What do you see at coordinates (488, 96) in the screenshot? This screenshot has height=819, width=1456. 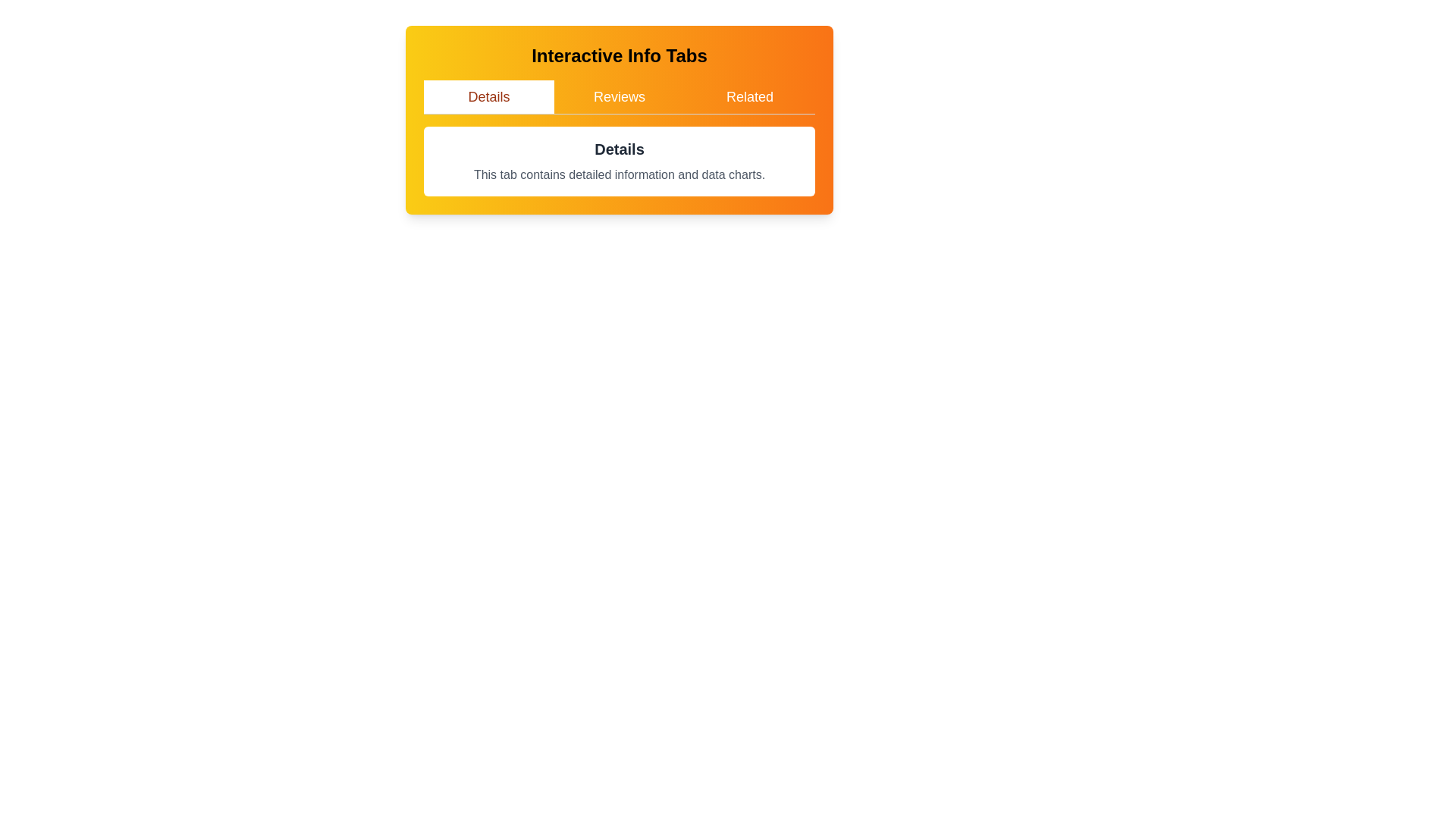 I see `the Details tab by clicking on its label` at bounding box center [488, 96].